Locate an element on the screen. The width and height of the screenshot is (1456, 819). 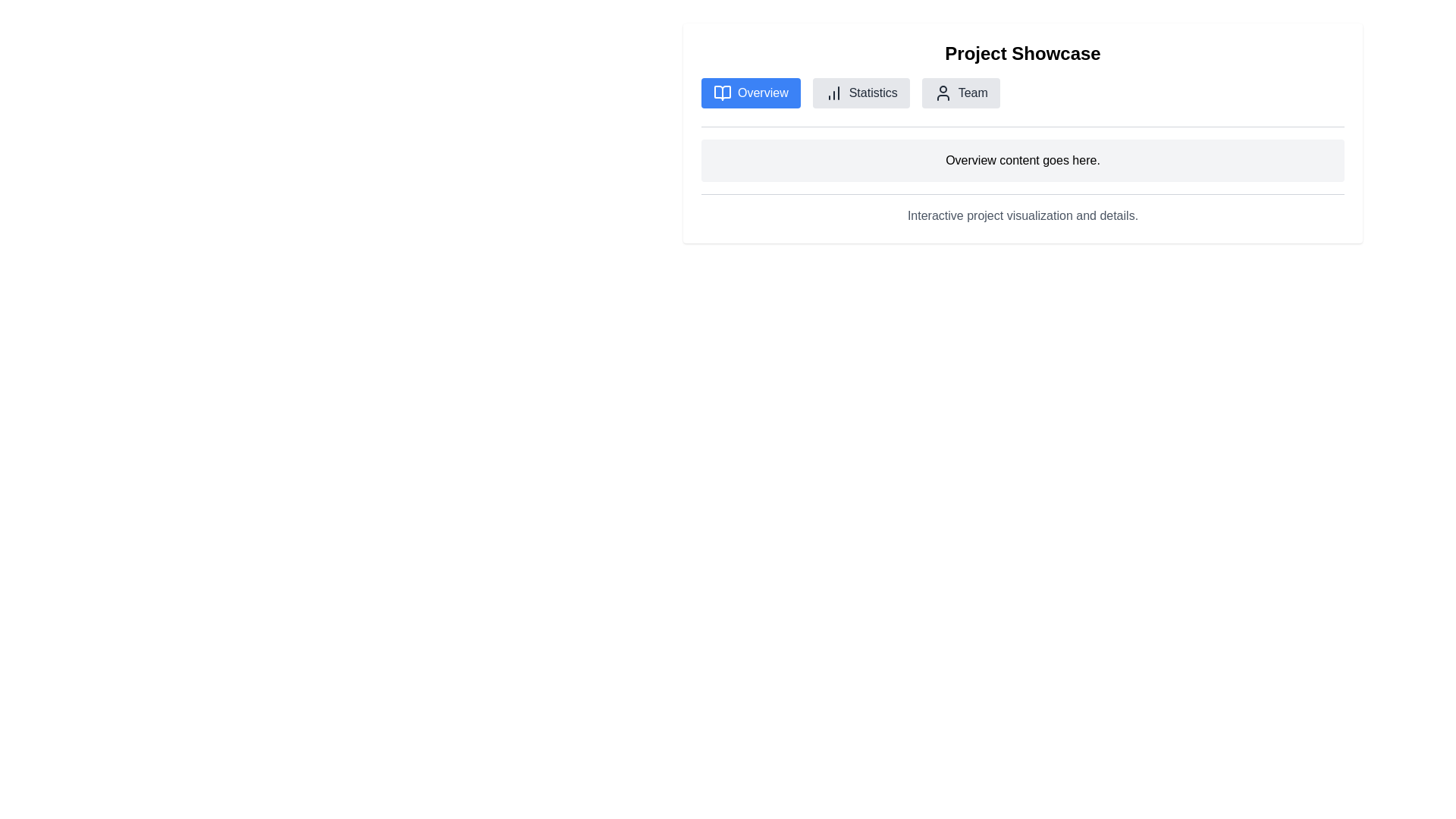
the content display box for the 'Overview' section, which is located below the tab navigation and above the descriptive text is located at coordinates (1022, 161).